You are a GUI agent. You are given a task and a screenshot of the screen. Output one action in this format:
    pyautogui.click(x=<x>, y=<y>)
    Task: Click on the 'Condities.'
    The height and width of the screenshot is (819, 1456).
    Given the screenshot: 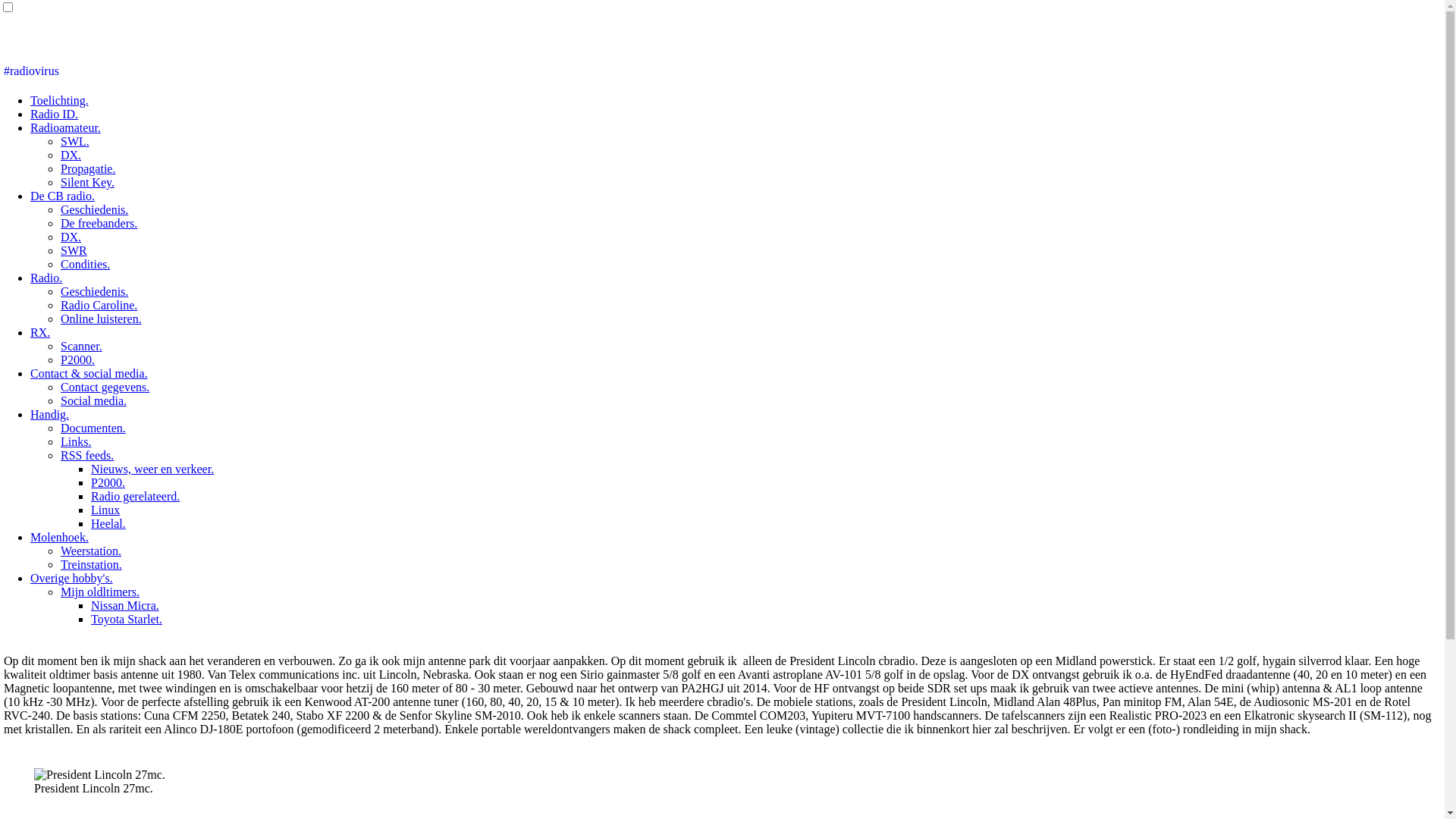 What is the action you would take?
    pyautogui.click(x=61, y=263)
    